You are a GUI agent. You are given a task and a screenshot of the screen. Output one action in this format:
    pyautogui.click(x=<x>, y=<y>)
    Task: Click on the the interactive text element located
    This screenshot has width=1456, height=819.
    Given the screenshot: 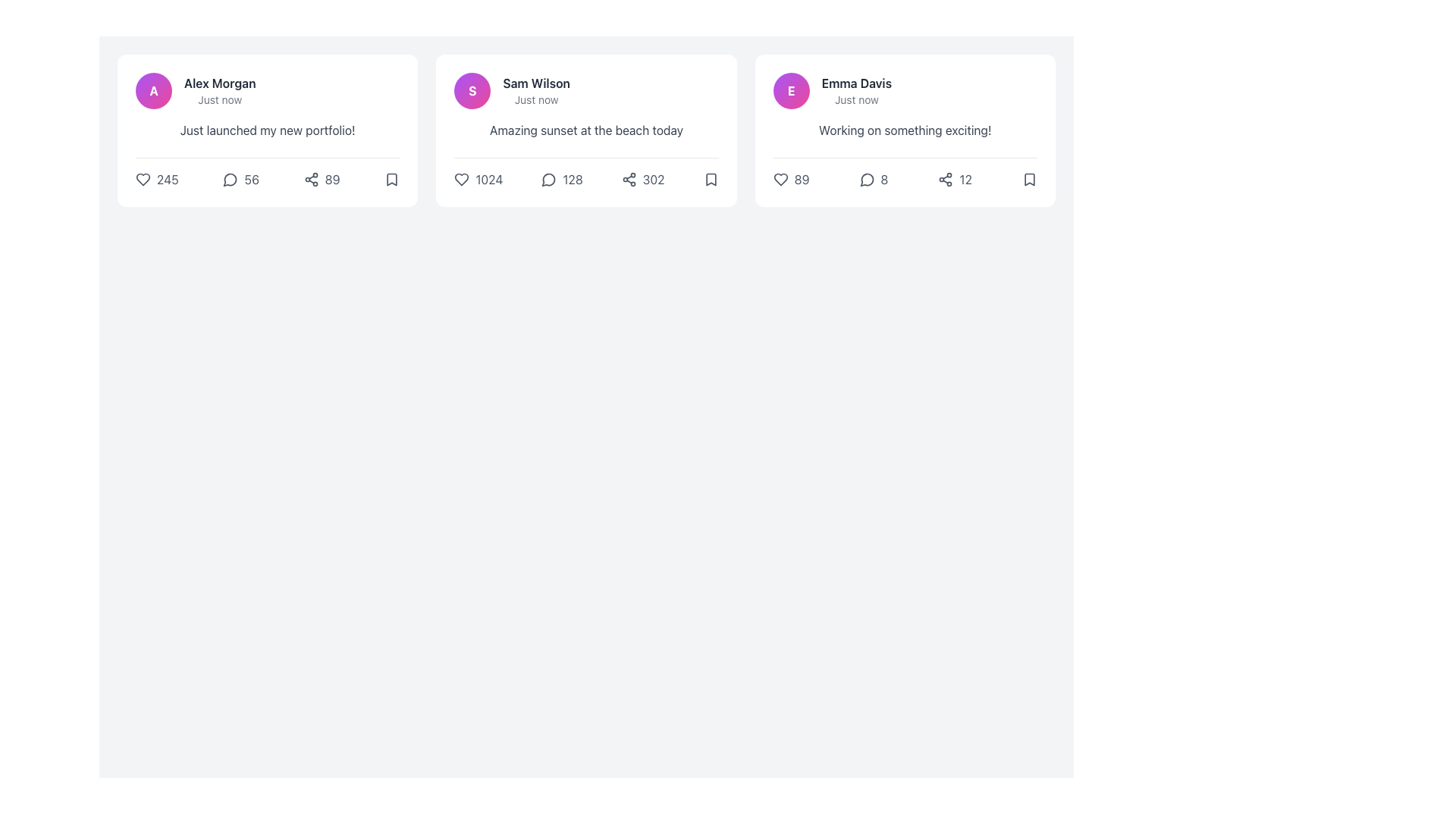 What is the action you would take?
    pyautogui.click(x=874, y=178)
    